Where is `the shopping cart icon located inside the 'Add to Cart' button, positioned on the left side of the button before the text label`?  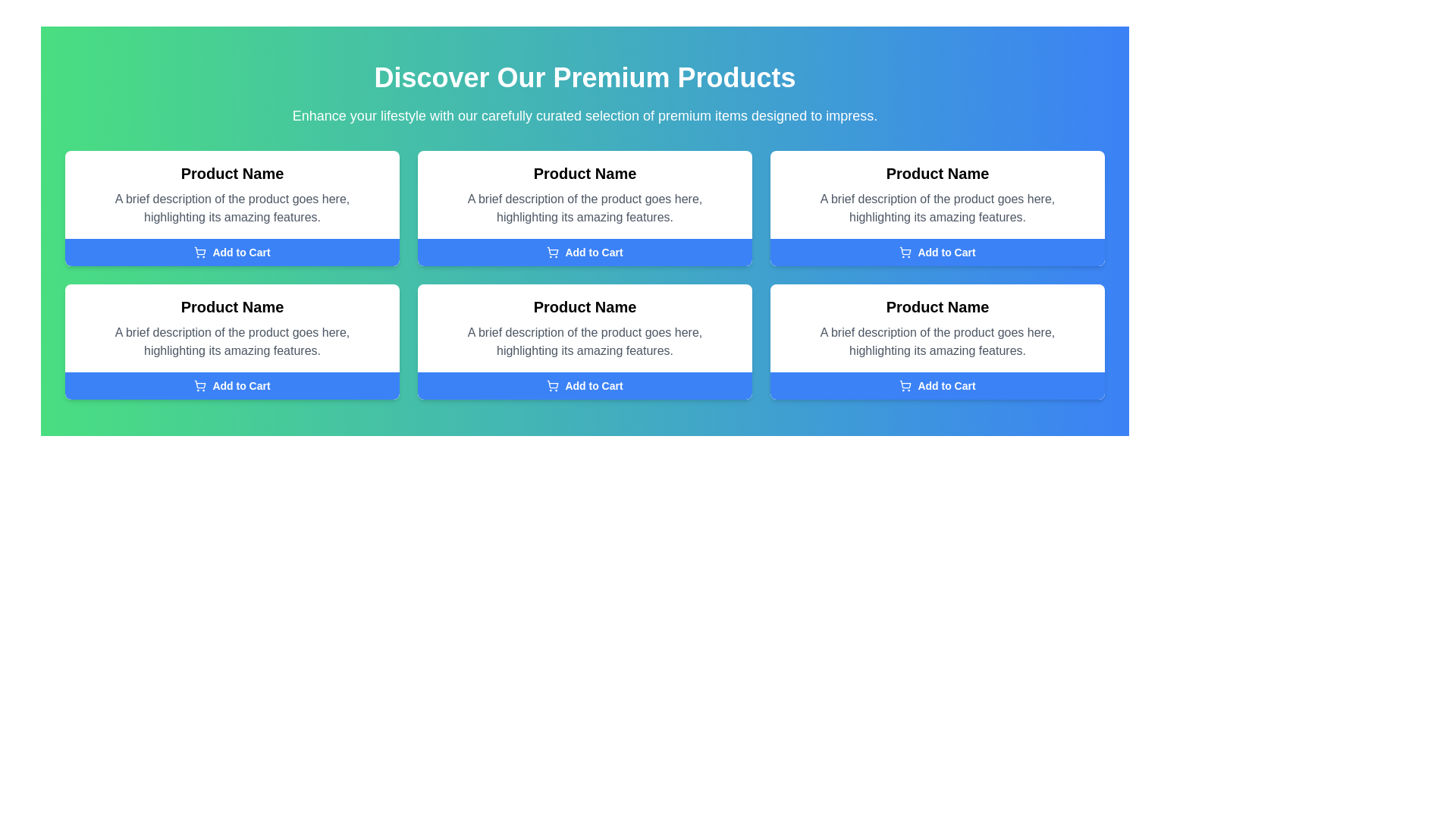
the shopping cart icon located inside the 'Add to Cart' button, positioned on the left side of the button before the text label is located at coordinates (199, 385).